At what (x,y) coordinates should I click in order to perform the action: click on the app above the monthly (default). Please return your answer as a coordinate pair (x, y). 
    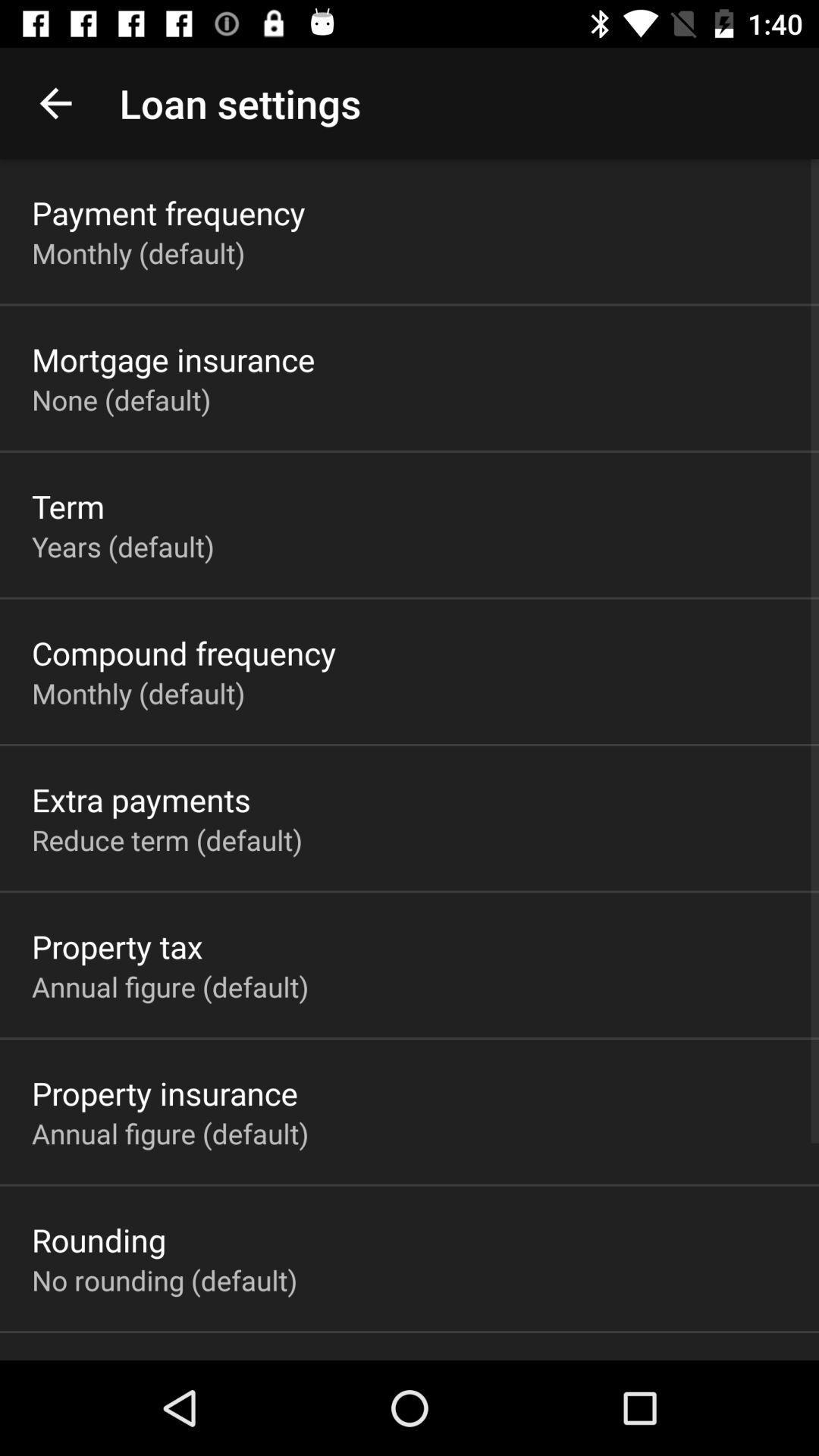
    Looking at the image, I should click on (168, 212).